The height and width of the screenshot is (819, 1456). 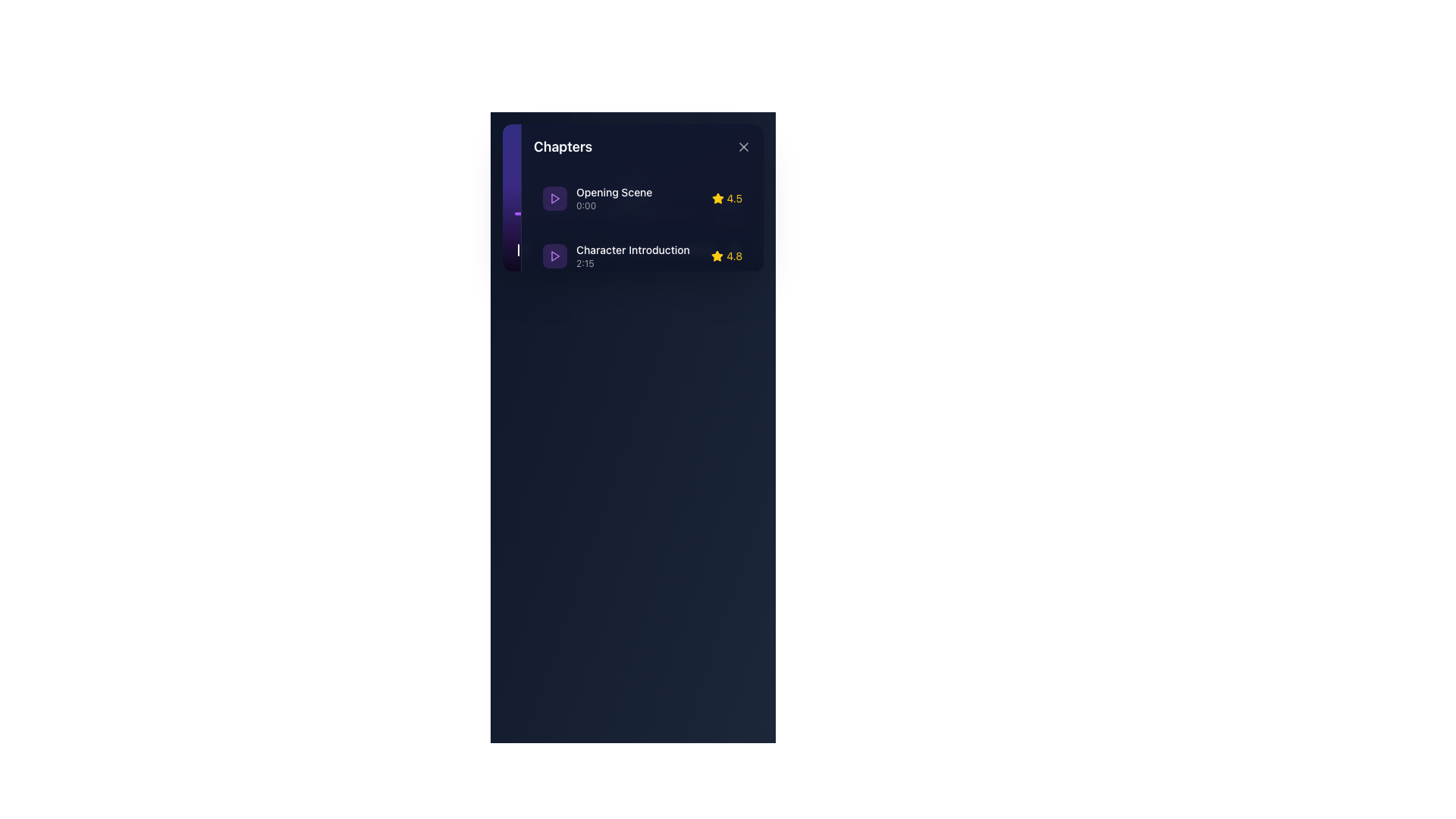 I want to click on the triangular play button on the left section of the list item labeled 'Character Introduction 2:15', so click(x=554, y=198).